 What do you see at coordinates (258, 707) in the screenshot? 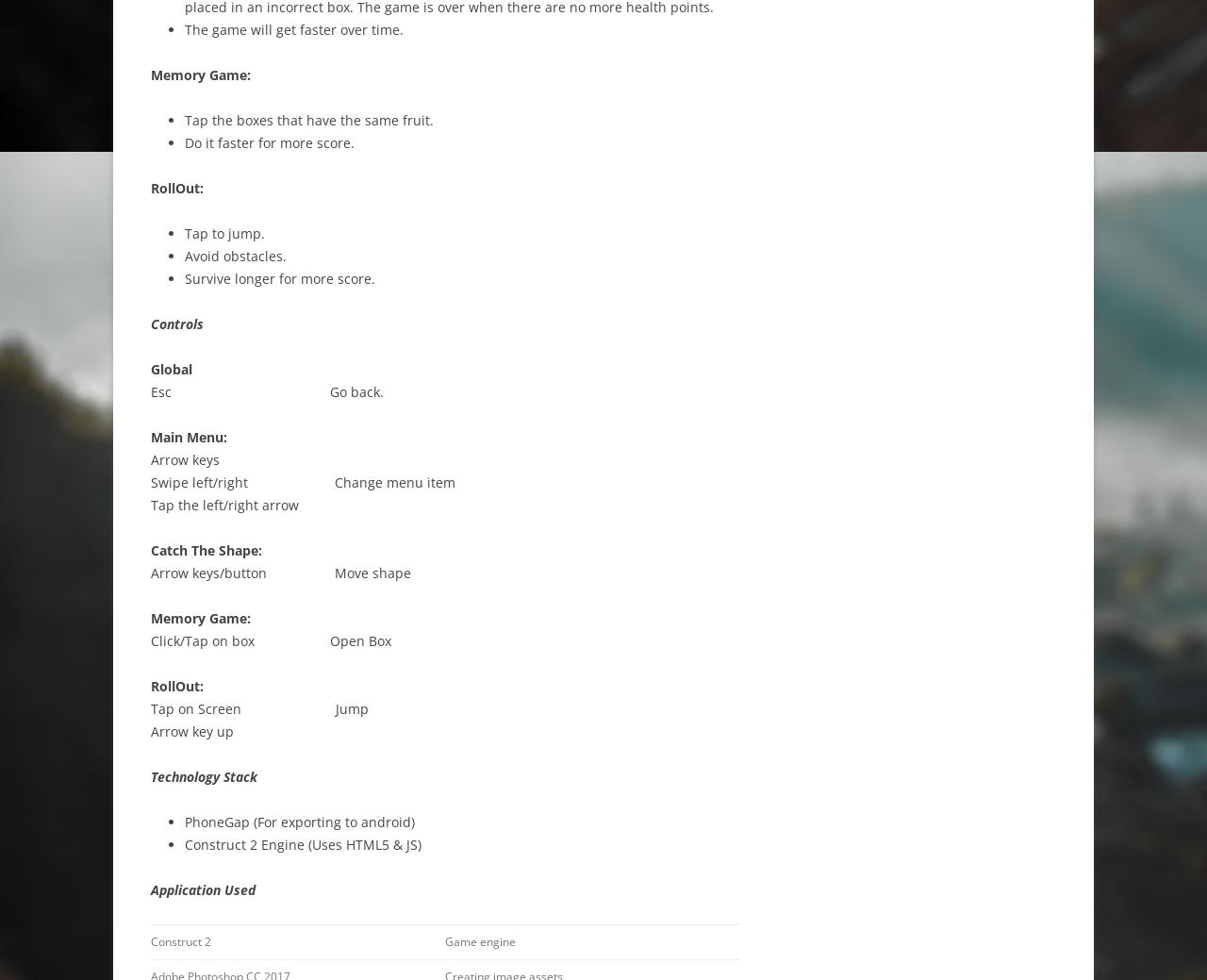
I see `'Tap on Screen                         Jump'` at bounding box center [258, 707].